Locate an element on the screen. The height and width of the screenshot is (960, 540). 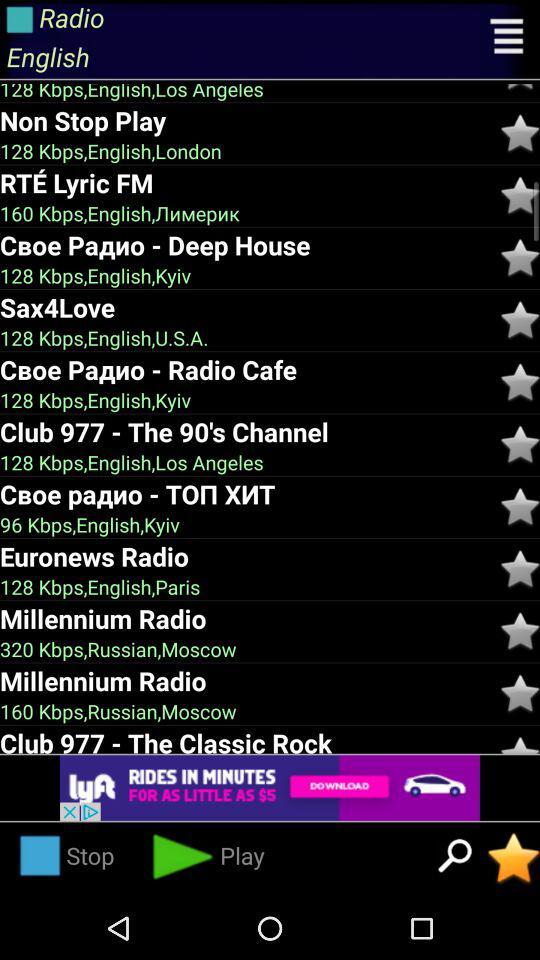
to favorite is located at coordinates (520, 506).